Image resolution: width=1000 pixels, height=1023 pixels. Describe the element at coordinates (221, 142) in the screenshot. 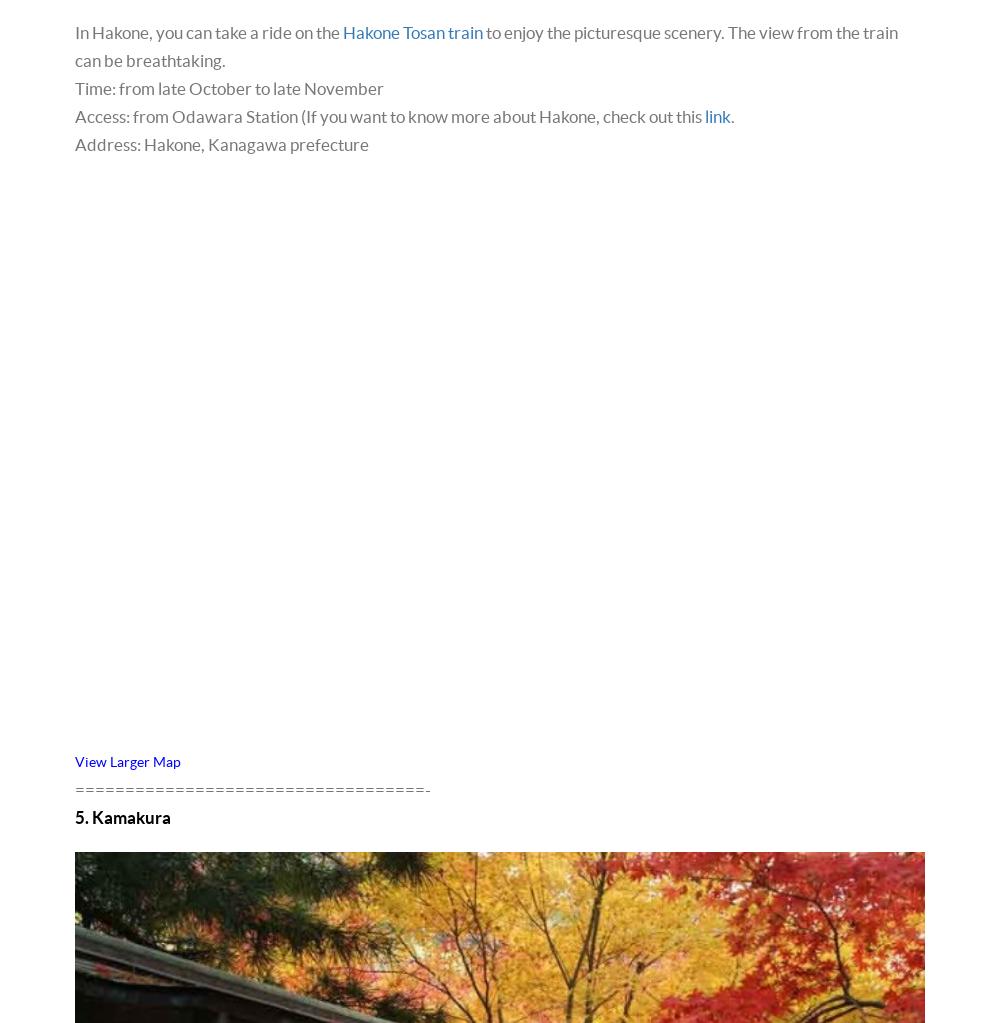

I see `'Address: Hakone, Kanagawa prefecture'` at that location.